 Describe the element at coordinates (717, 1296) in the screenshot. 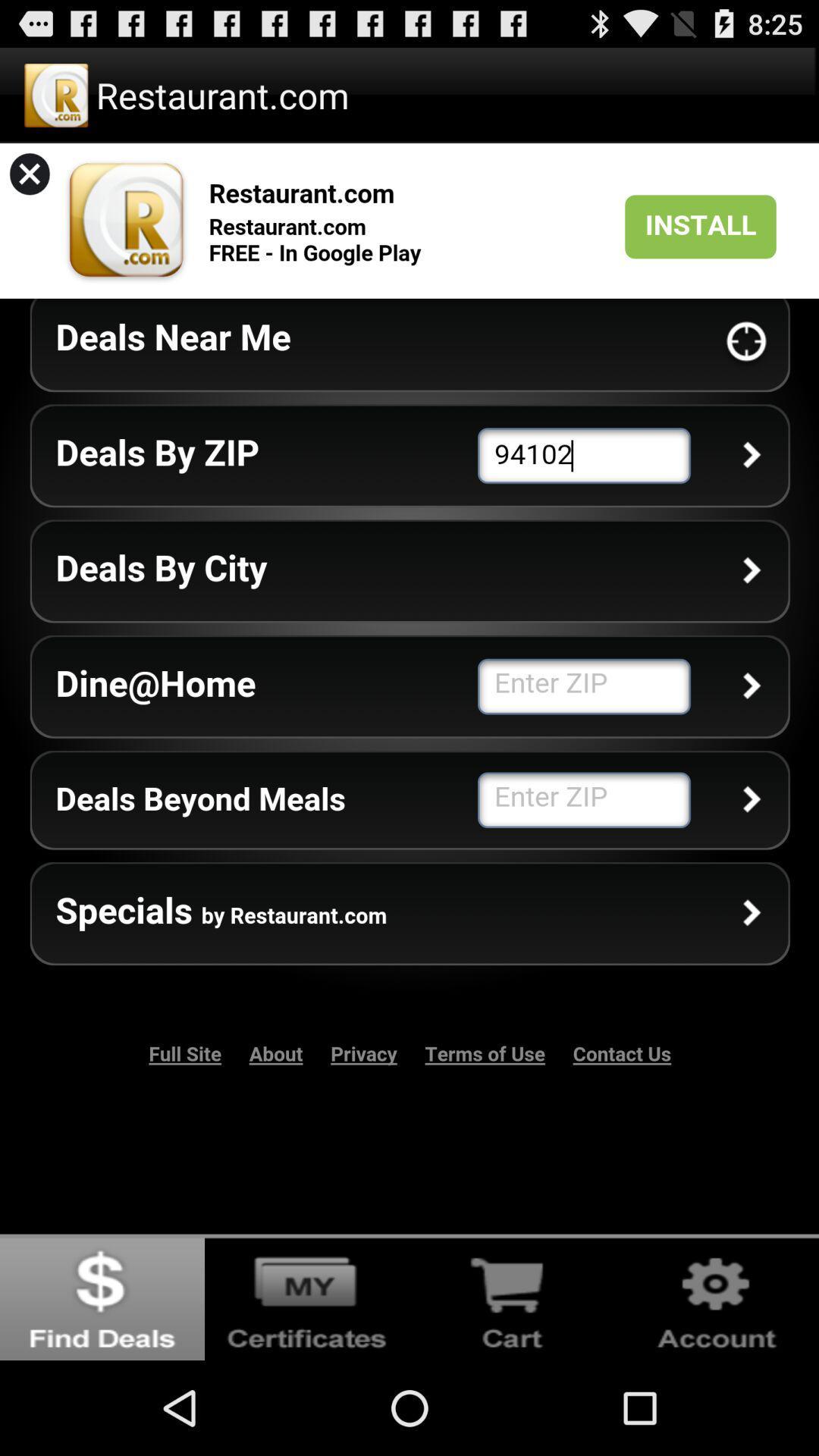

I see `settings` at that location.